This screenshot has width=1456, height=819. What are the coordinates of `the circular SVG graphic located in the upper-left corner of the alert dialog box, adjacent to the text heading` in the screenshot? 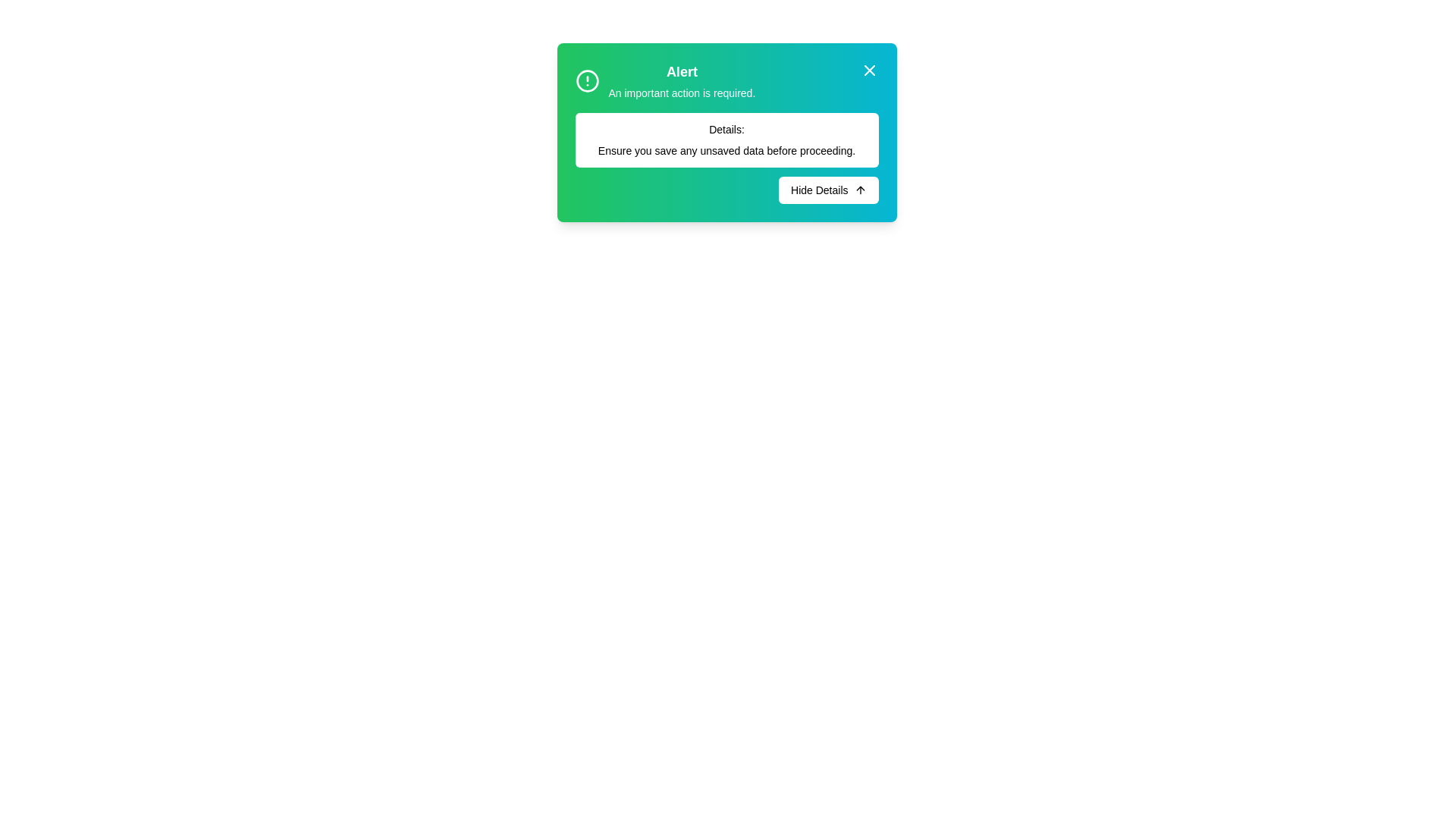 It's located at (586, 81).